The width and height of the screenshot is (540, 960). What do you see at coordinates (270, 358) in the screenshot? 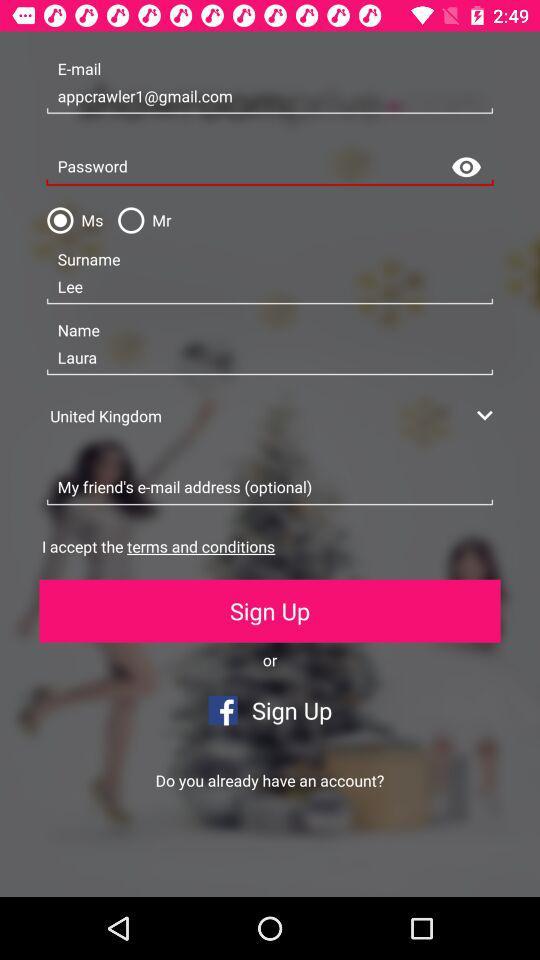
I see `laura item` at bounding box center [270, 358].